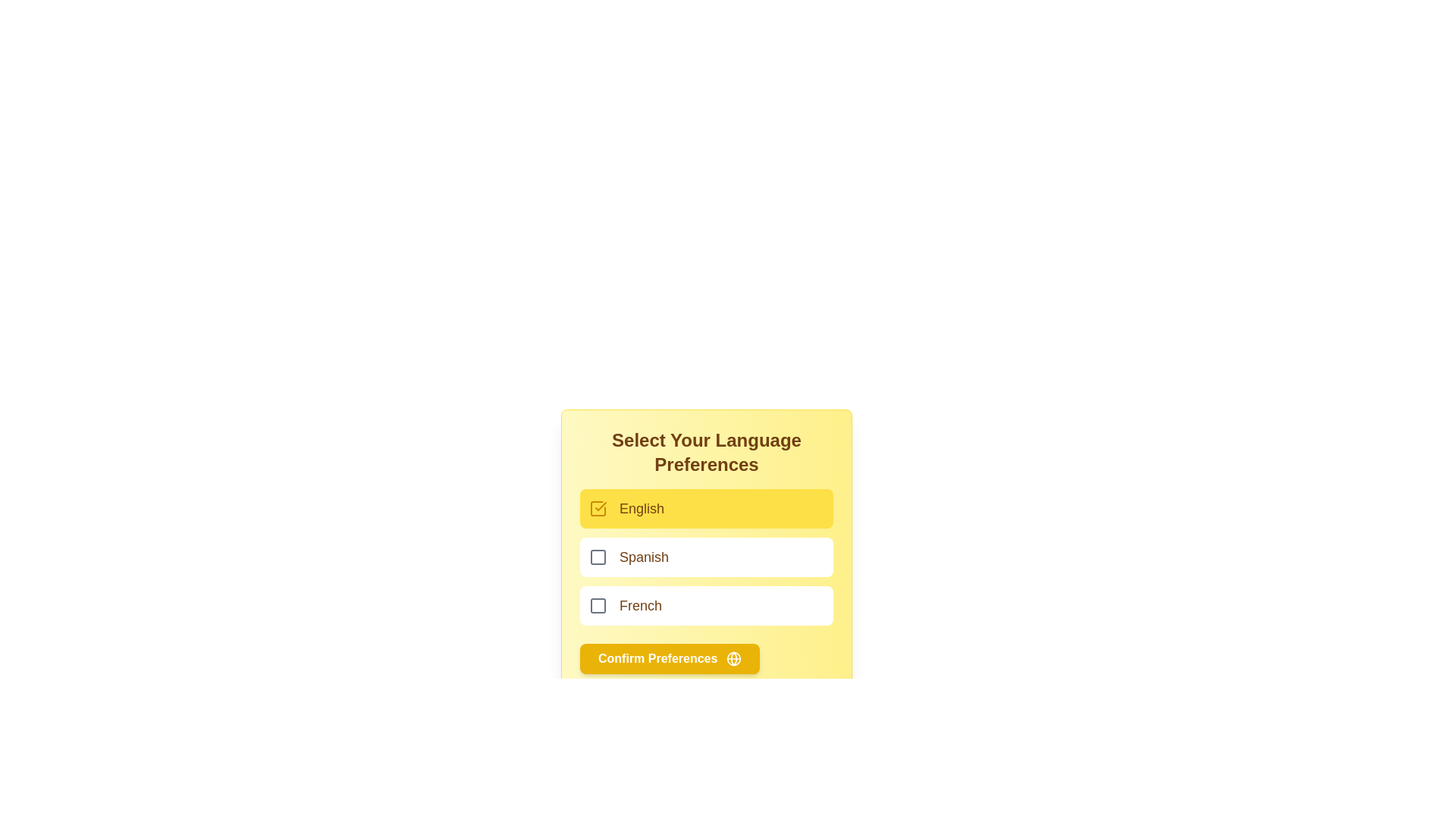 Image resolution: width=1456 pixels, height=819 pixels. I want to click on the button for selecting the English language, which is the first option in a vertically stacked list of language buttons, so click(705, 509).